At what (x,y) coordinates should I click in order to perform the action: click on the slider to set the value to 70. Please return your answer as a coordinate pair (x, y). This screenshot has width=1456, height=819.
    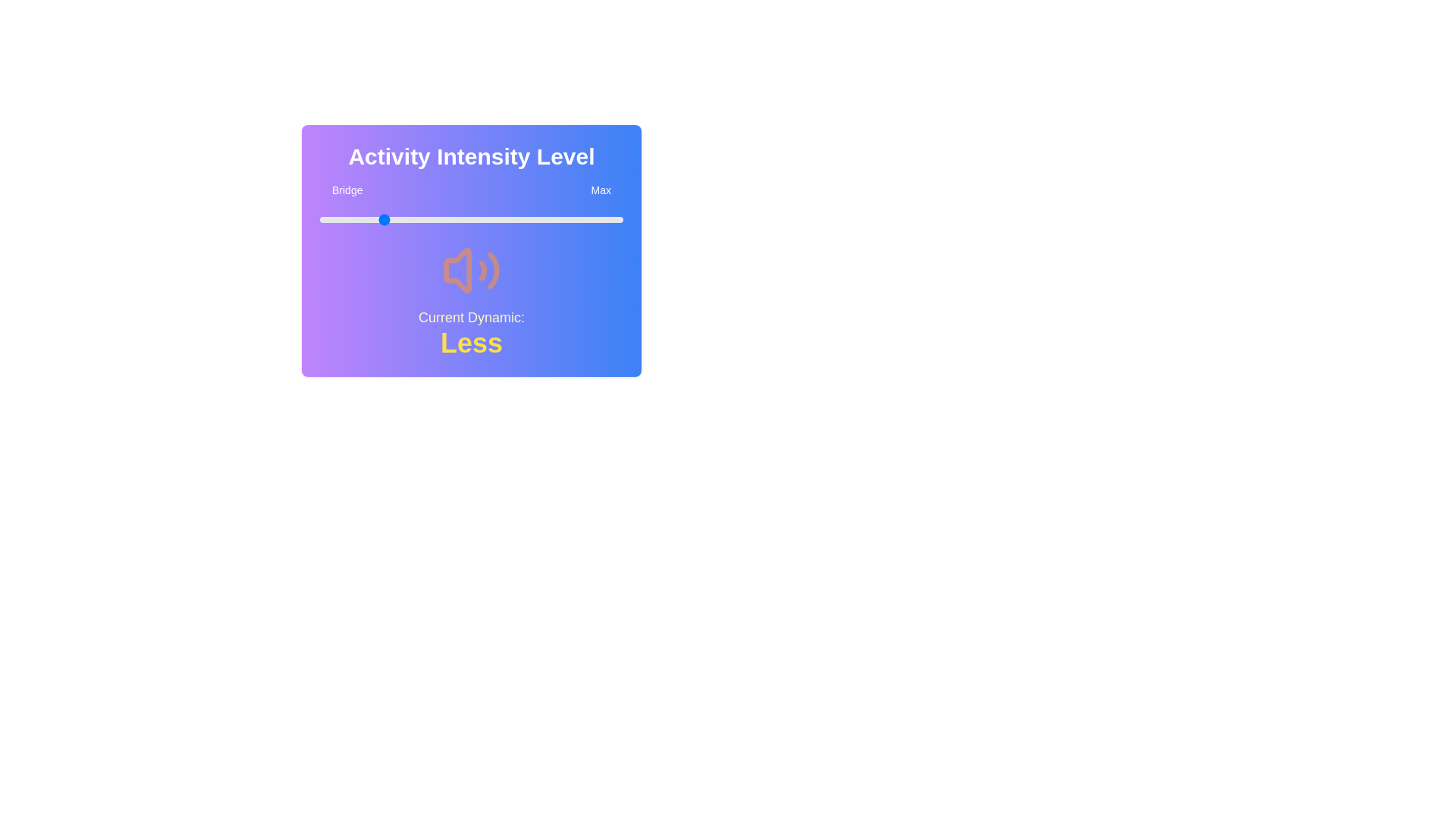
    Looking at the image, I should click on (532, 219).